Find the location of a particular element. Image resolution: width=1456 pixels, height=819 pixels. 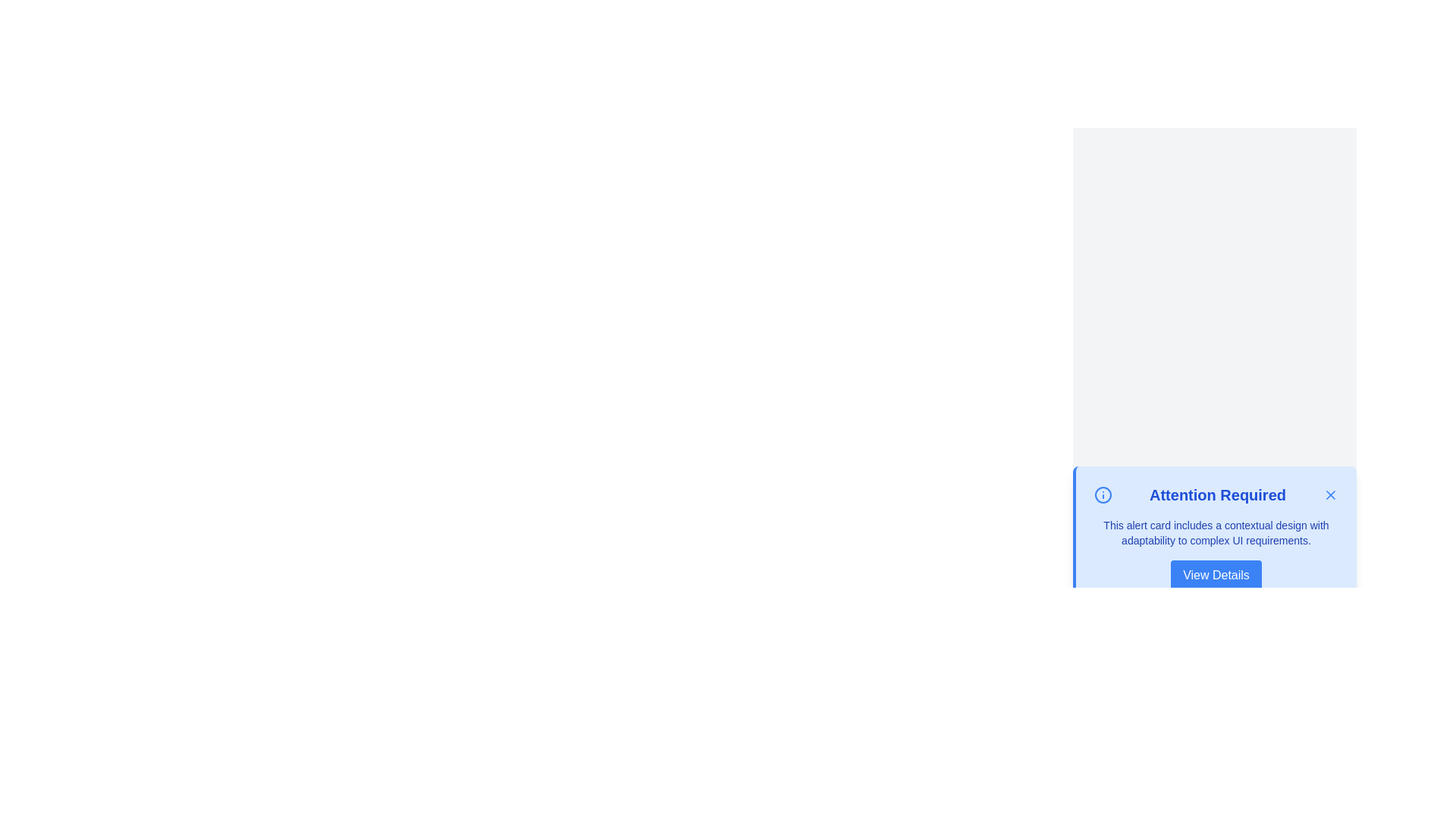

the paragraph of text styled in blue that is located within the alert card beneath the heading 'Attention Required' is located at coordinates (1216, 532).